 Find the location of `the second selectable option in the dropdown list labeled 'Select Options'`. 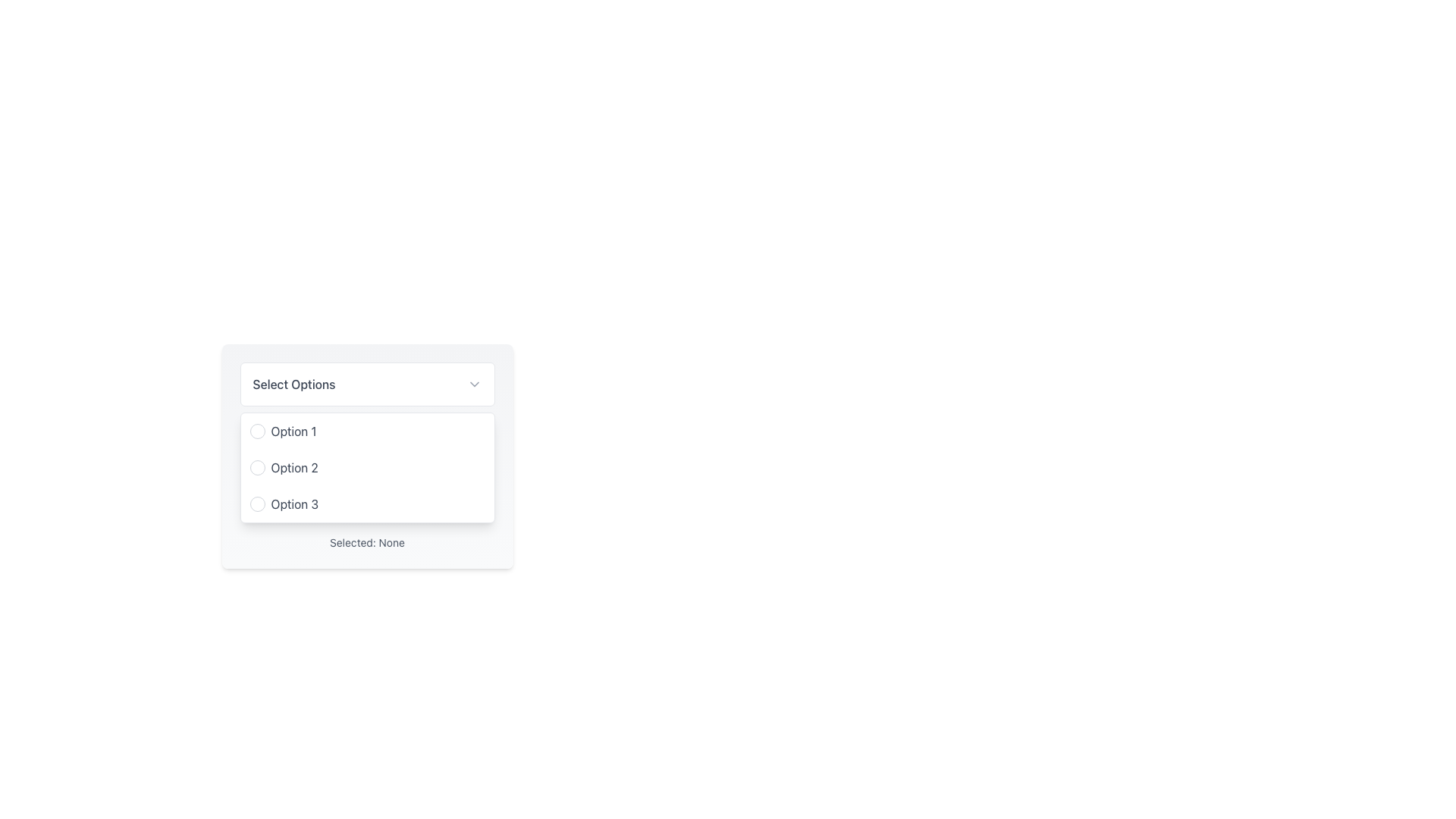

the second selectable option in the dropdown list labeled 'Select Options' is located at coordinates (367, 467).